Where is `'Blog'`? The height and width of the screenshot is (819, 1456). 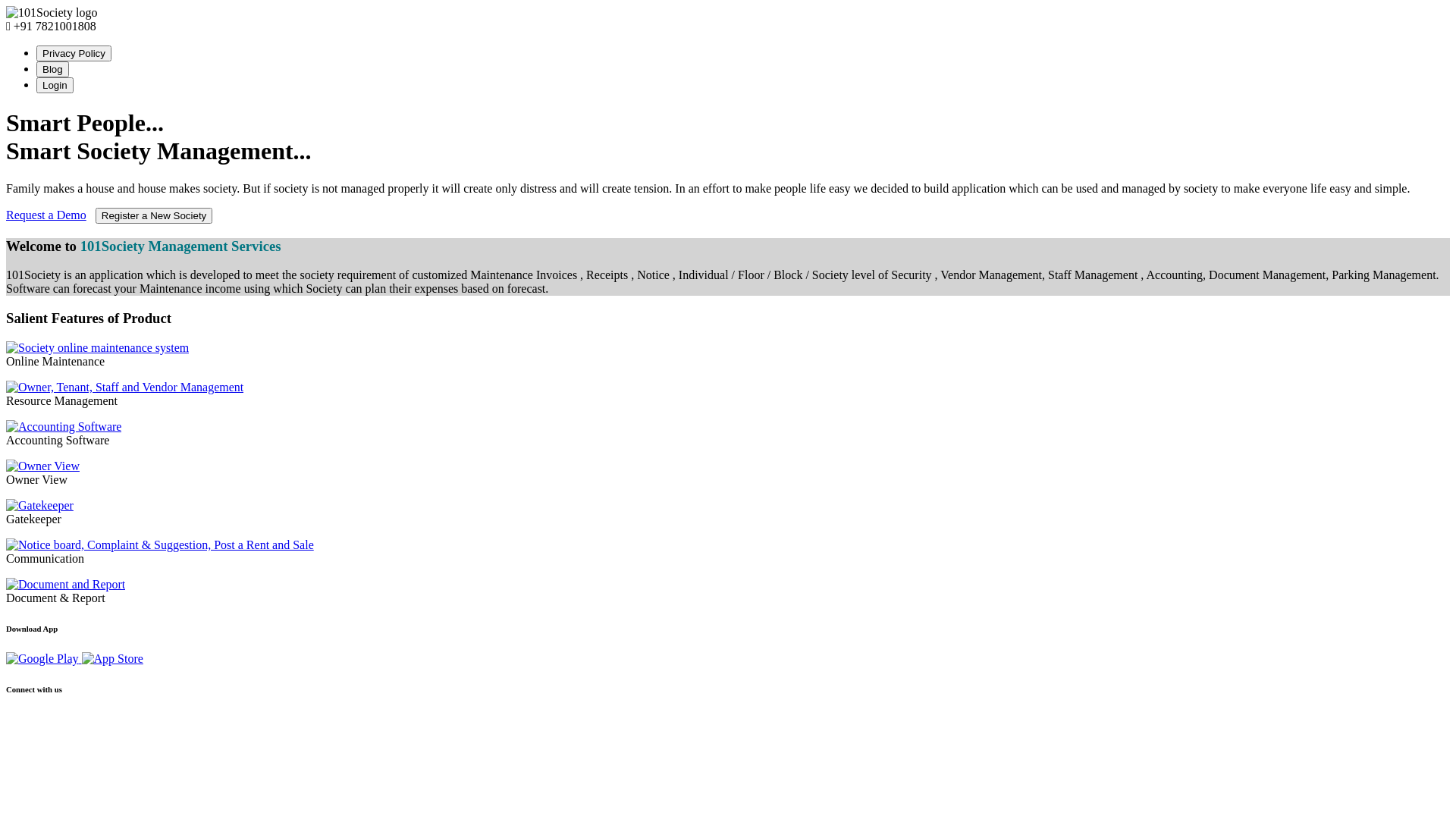 'Blog' is located at coordinates (52, 69).